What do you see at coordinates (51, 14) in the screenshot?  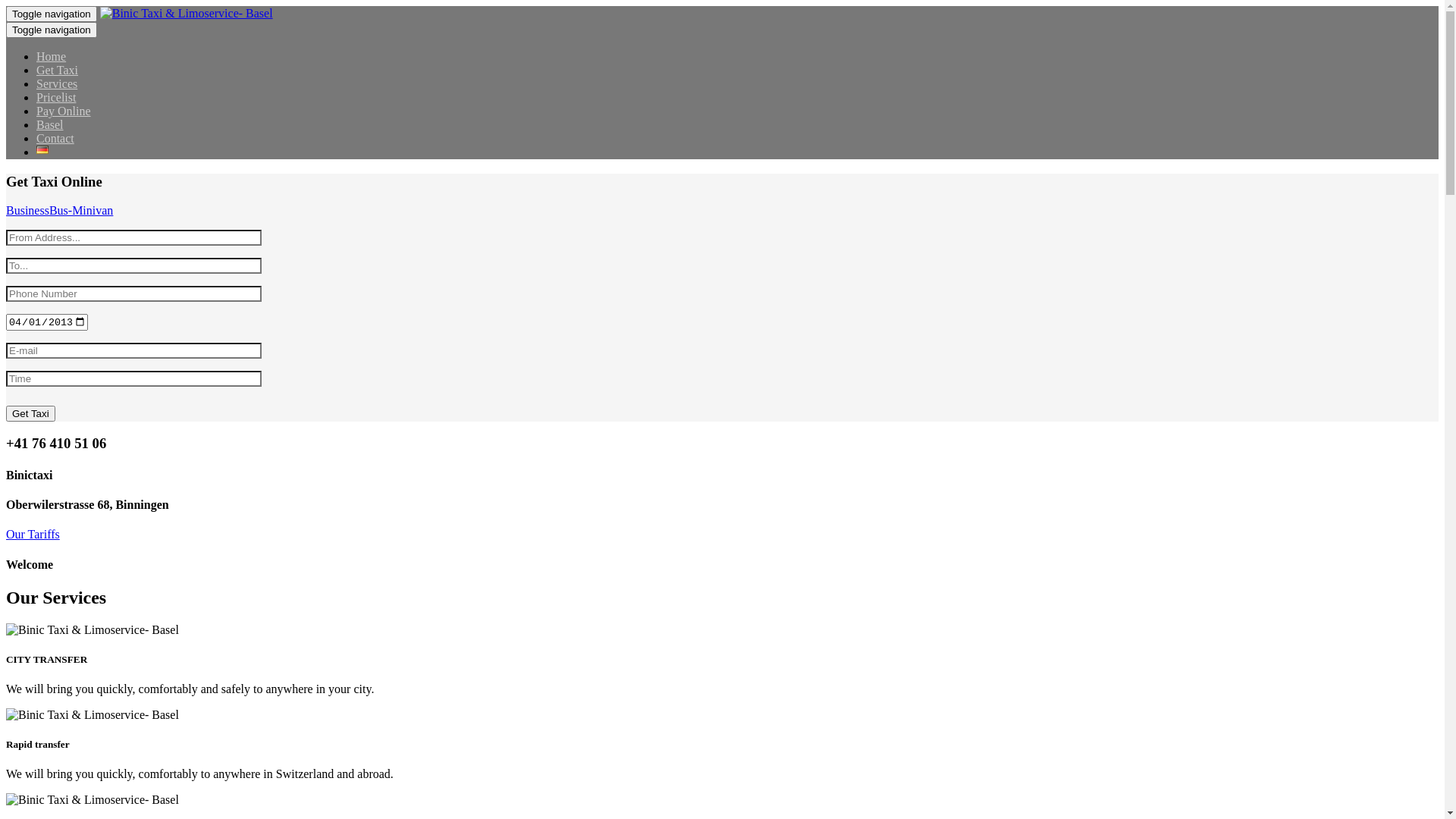 I see `'Toggle navigation'` at bounding box center [51, 14].